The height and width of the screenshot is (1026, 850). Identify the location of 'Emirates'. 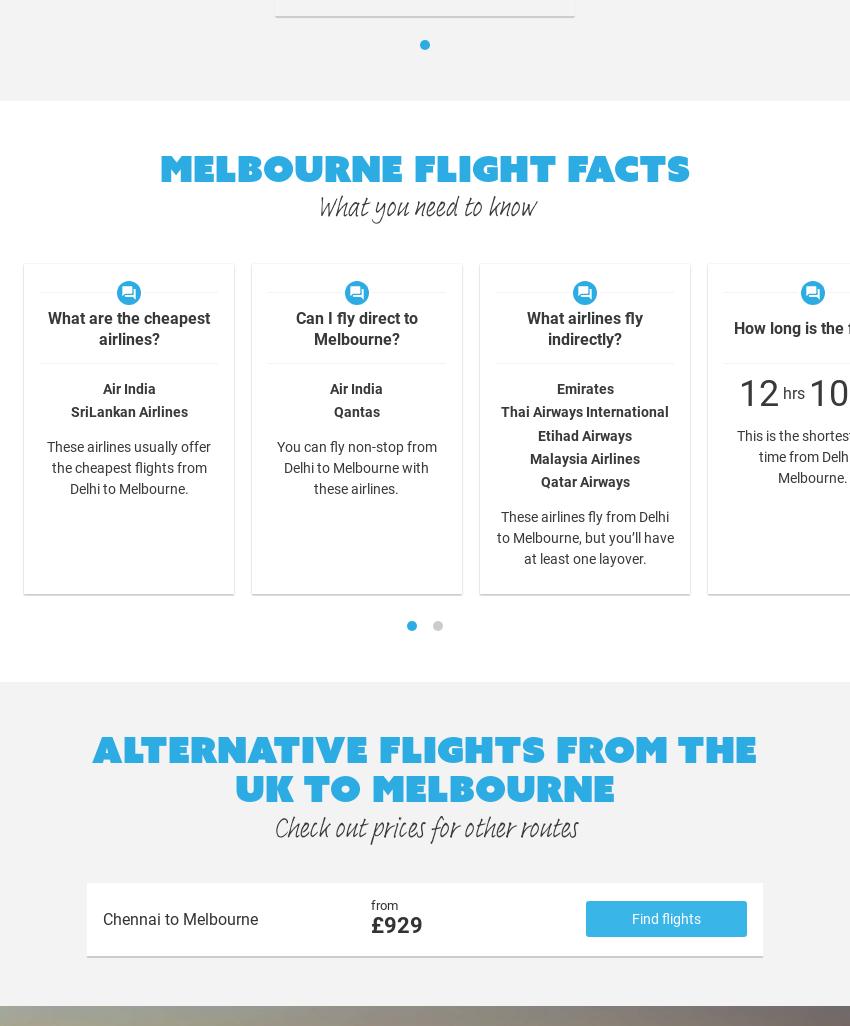
(584, 387).